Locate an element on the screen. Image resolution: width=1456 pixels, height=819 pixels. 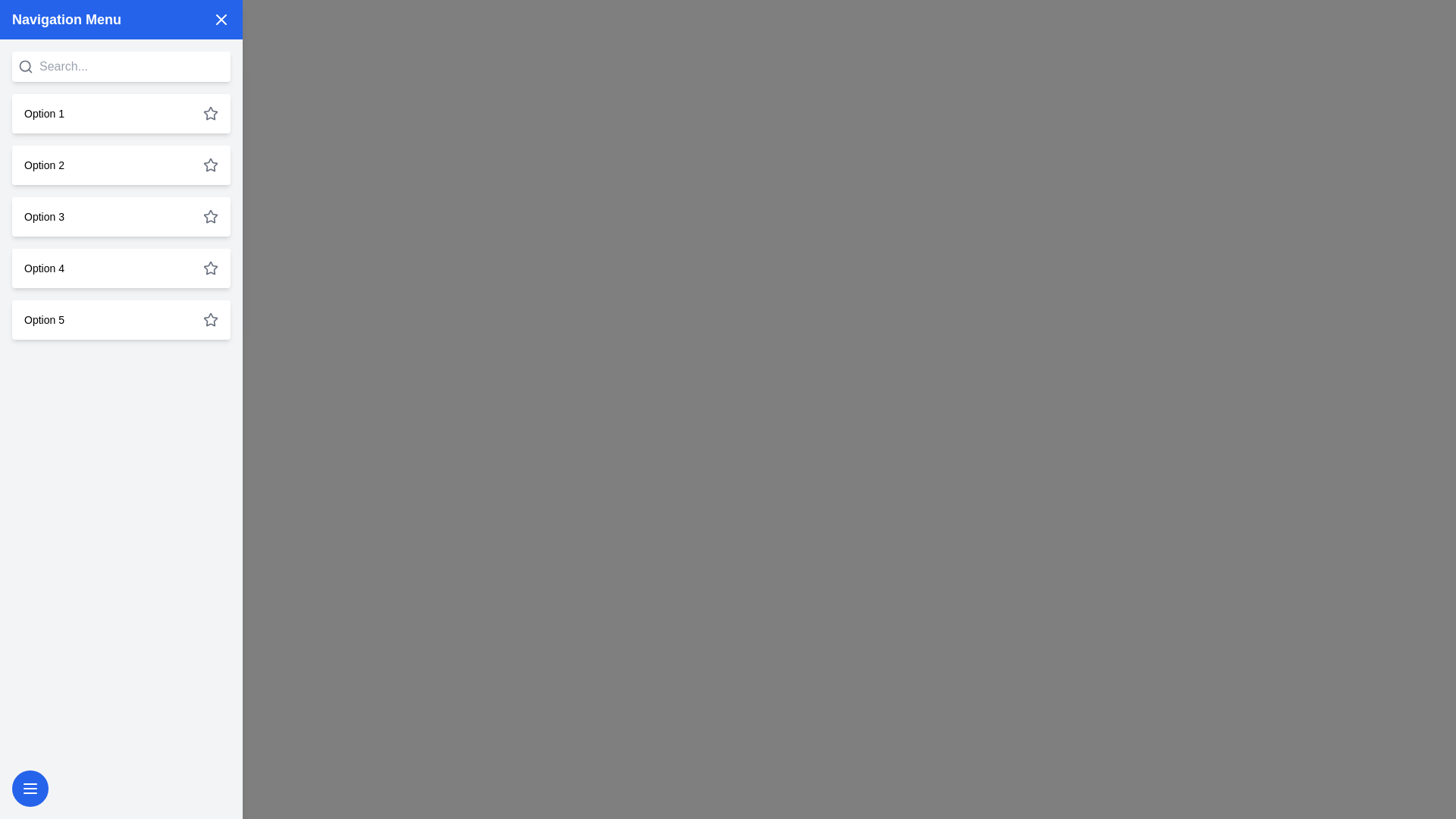
the 'Option 4' text label within the menu is located at coordinates (44, 268).